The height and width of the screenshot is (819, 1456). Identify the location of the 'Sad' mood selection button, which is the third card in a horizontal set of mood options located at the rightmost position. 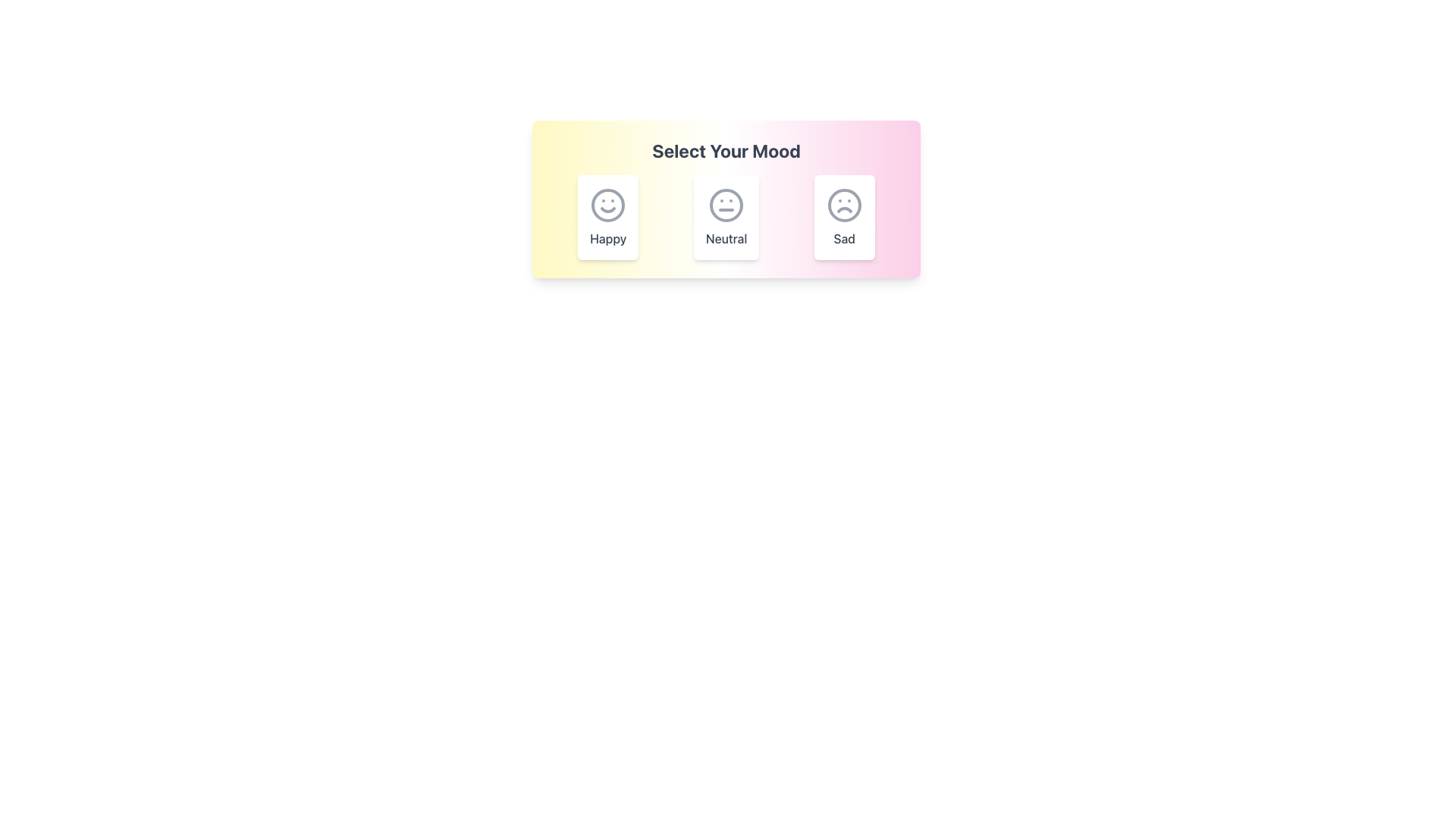
(843, 217).